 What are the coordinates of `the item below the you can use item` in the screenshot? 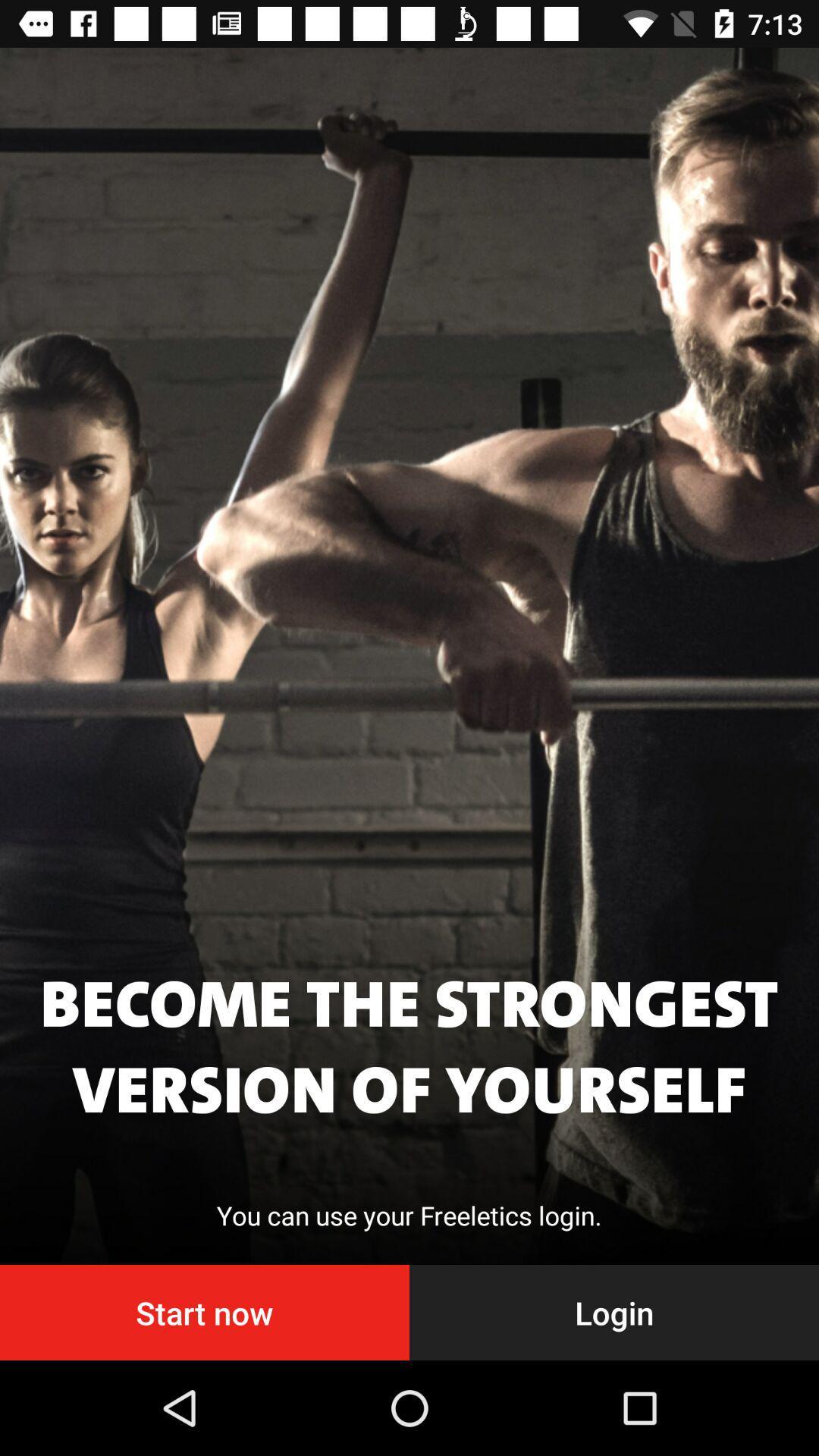 It's located at (205, 1312).